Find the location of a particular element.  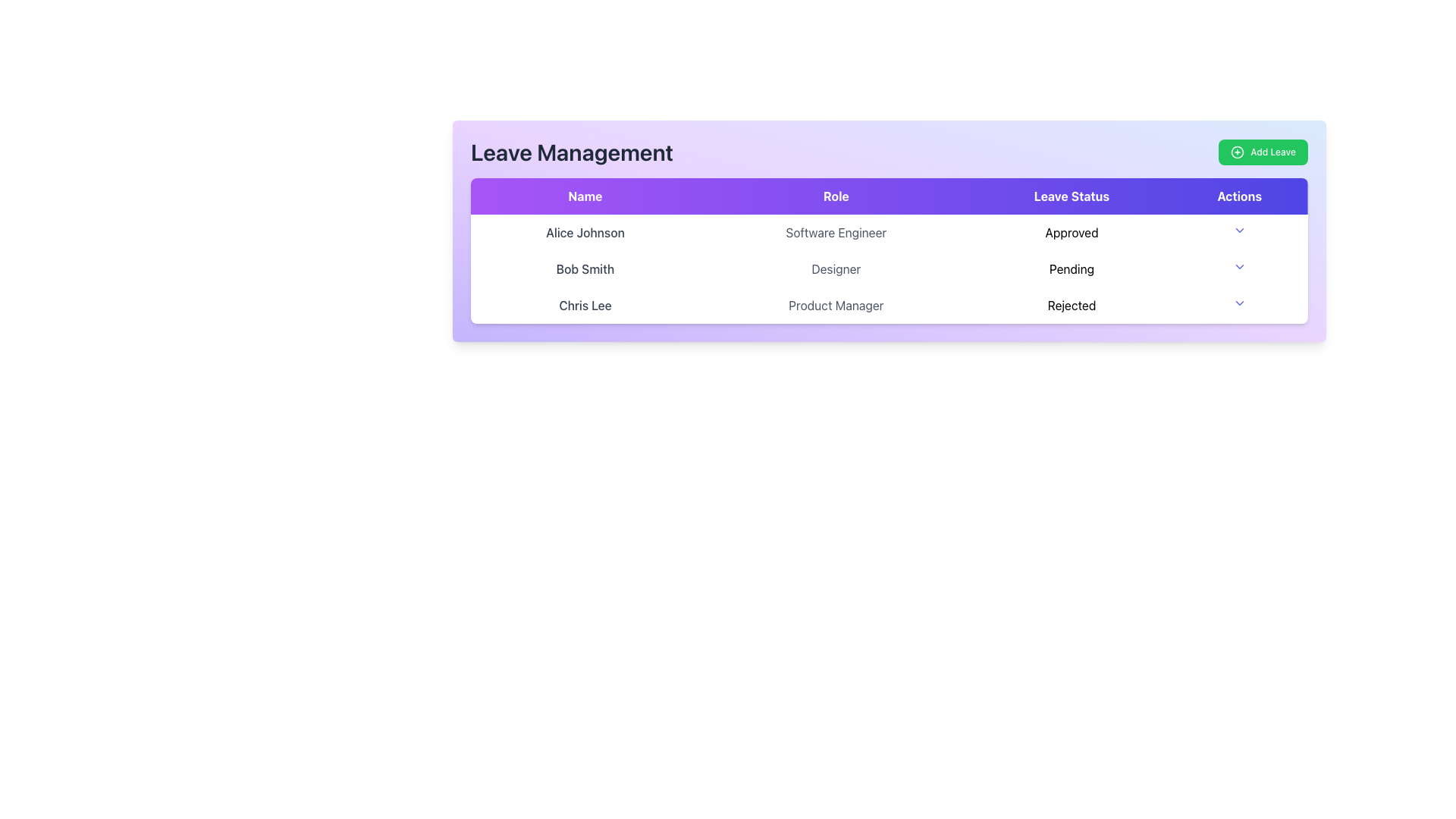

the third row in the 'Leave Management' table is located at coordinates (889, 305).